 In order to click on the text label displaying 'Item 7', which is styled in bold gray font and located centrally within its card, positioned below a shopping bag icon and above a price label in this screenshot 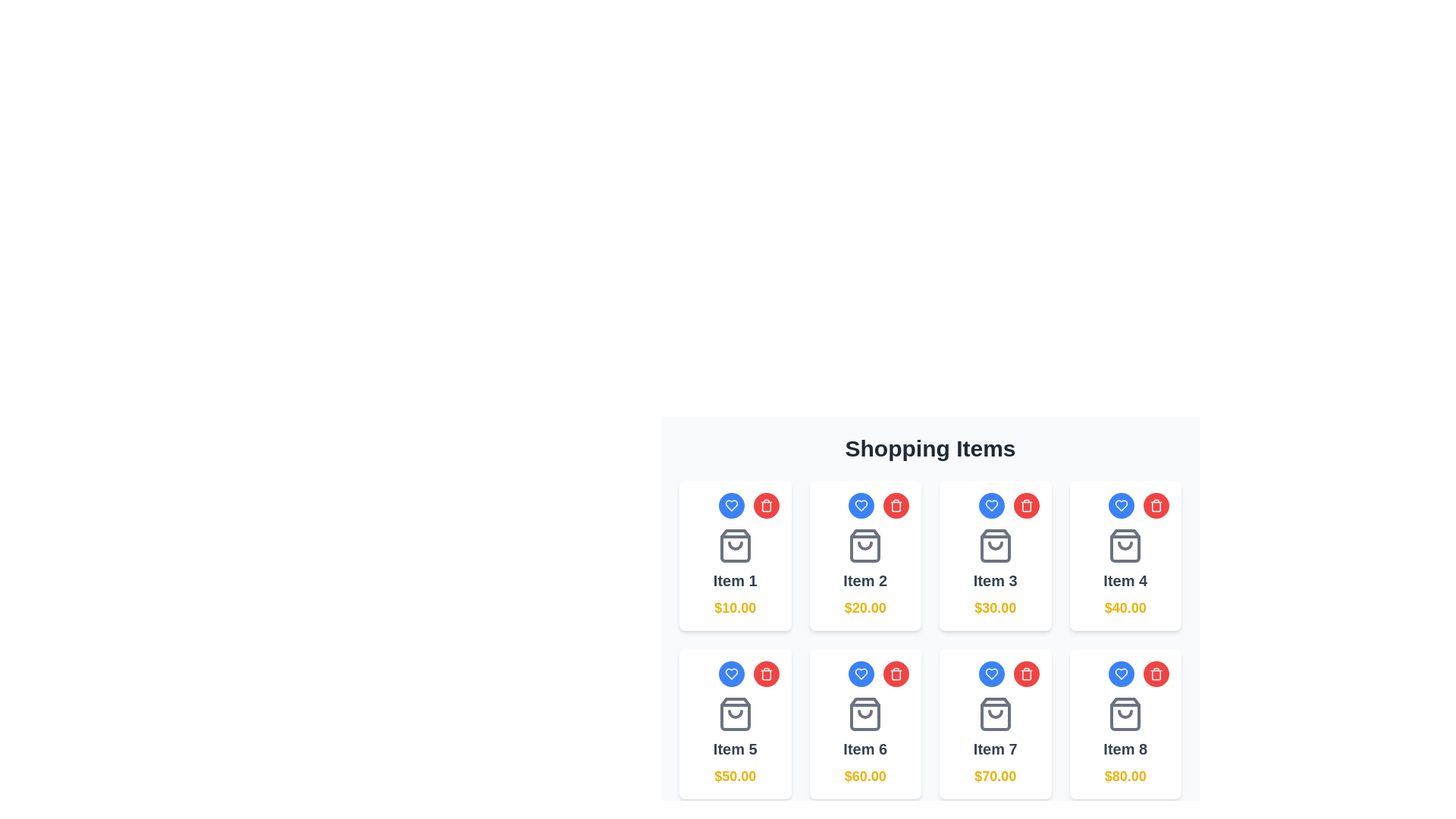, I will do `click(995, 748)`.